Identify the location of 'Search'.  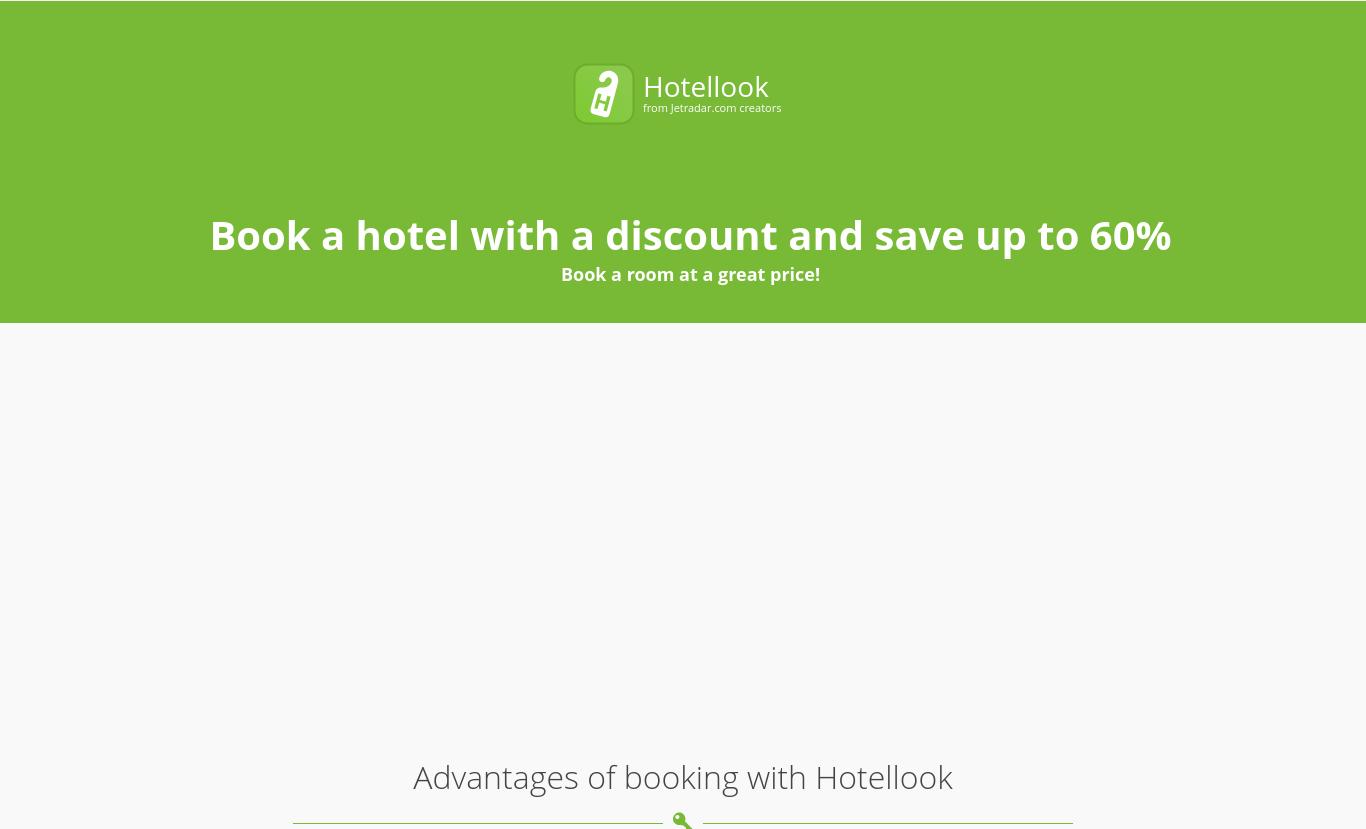
(1076, 73).